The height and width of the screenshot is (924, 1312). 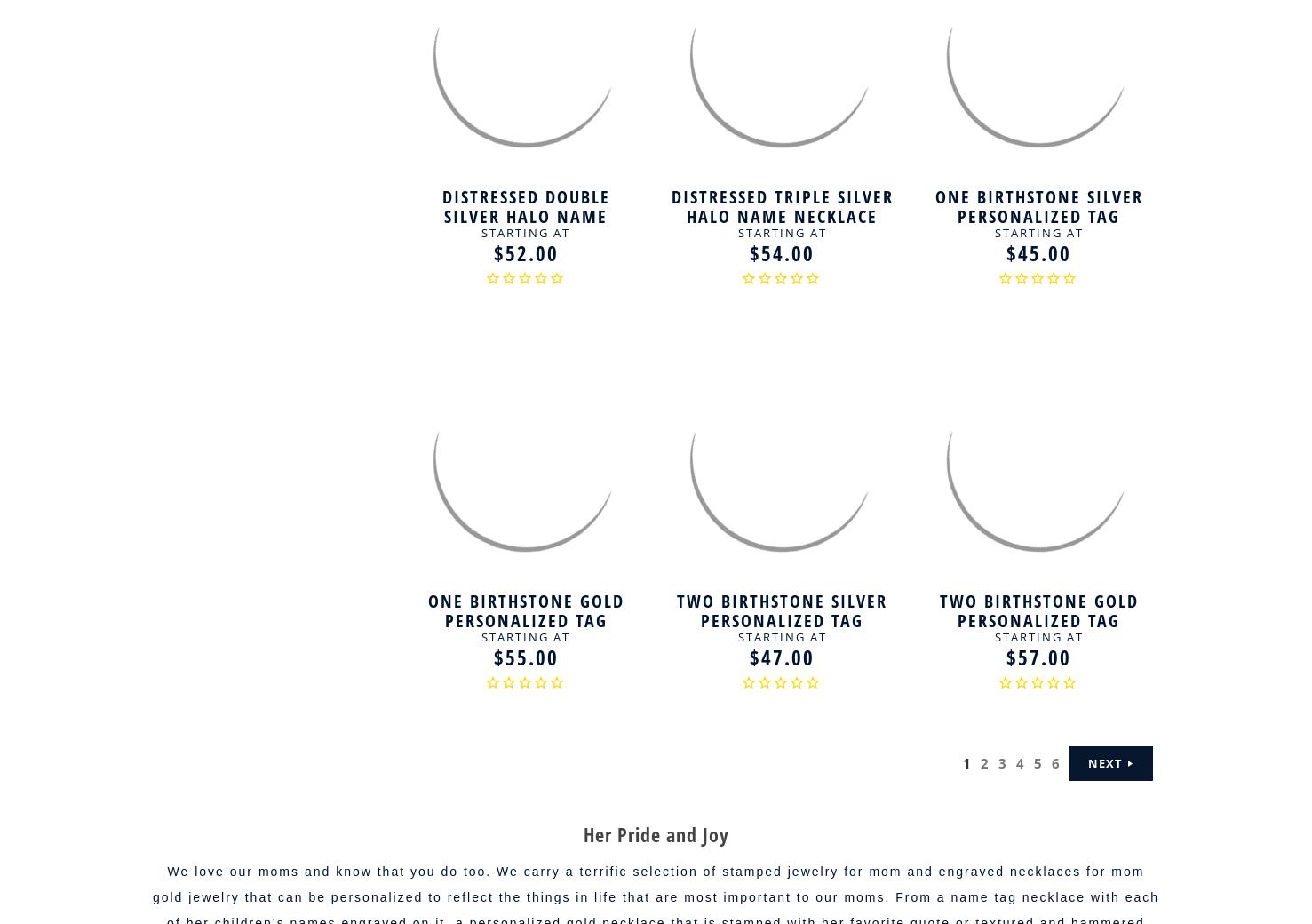 I want to click on '$57.00', so click(x=1006, y=657).